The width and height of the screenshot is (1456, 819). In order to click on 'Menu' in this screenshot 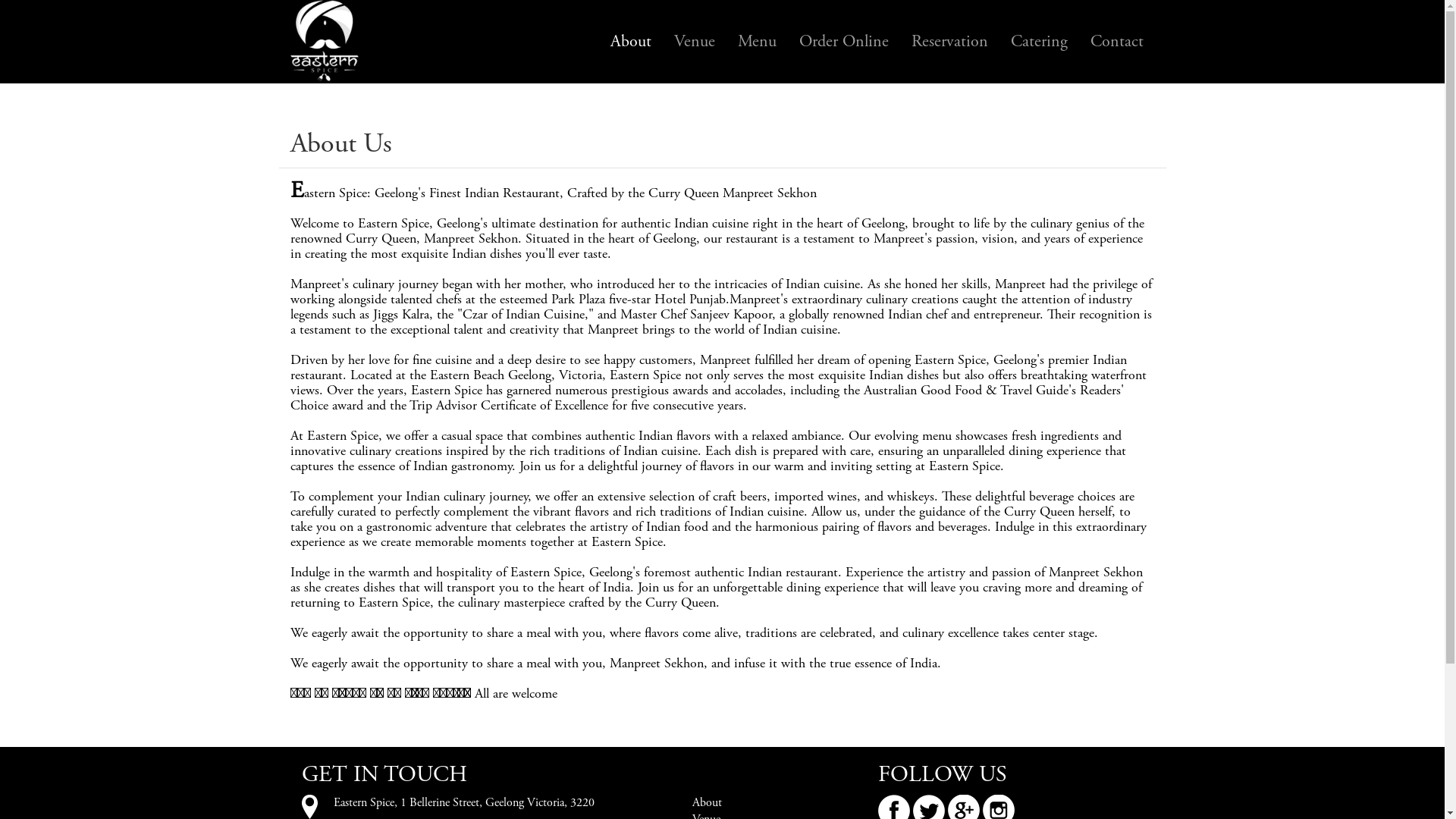, I will do `click(757, 40)`.